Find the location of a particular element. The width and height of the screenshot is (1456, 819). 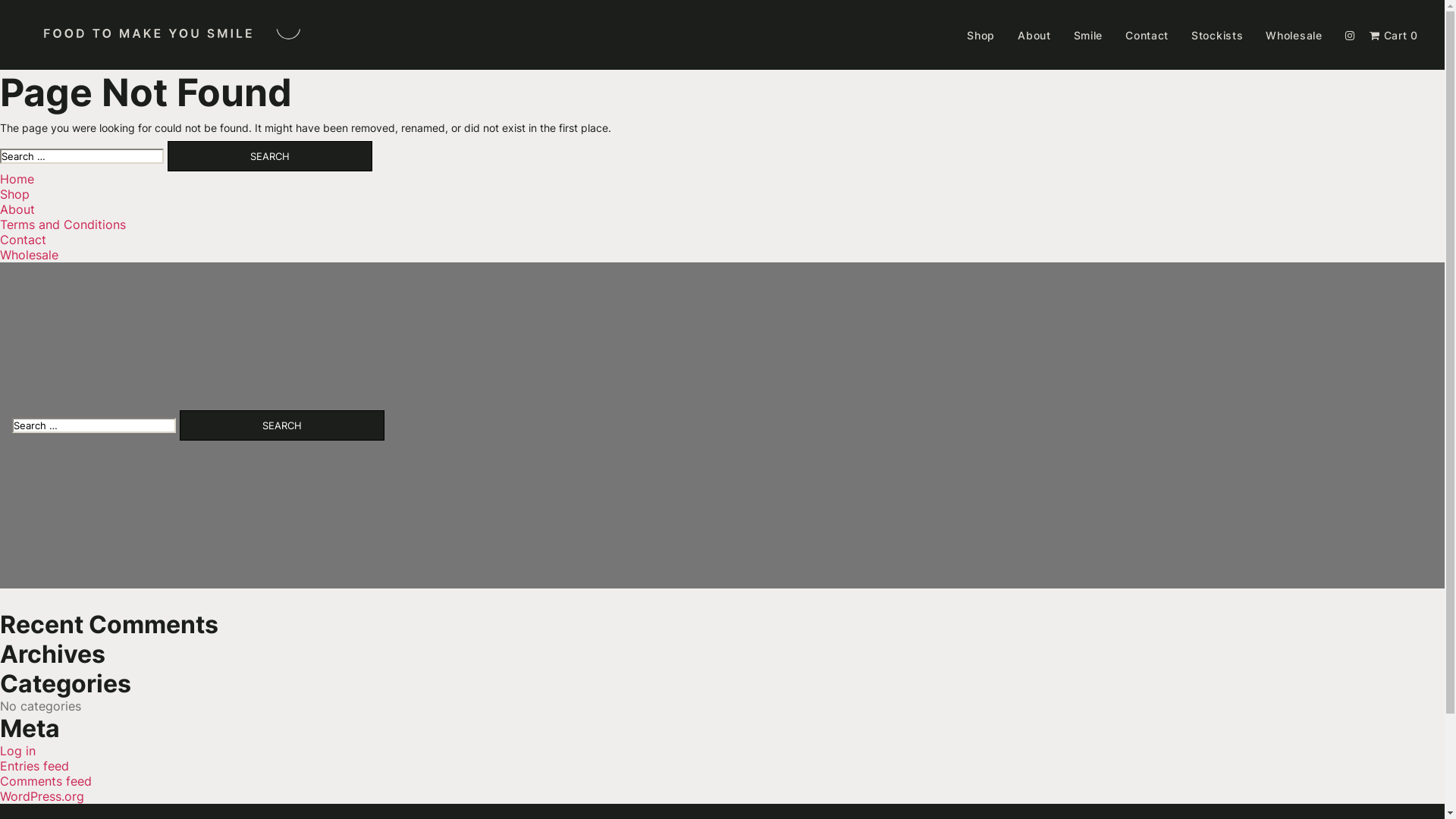

'Home' is located at coordinates (17, 177).